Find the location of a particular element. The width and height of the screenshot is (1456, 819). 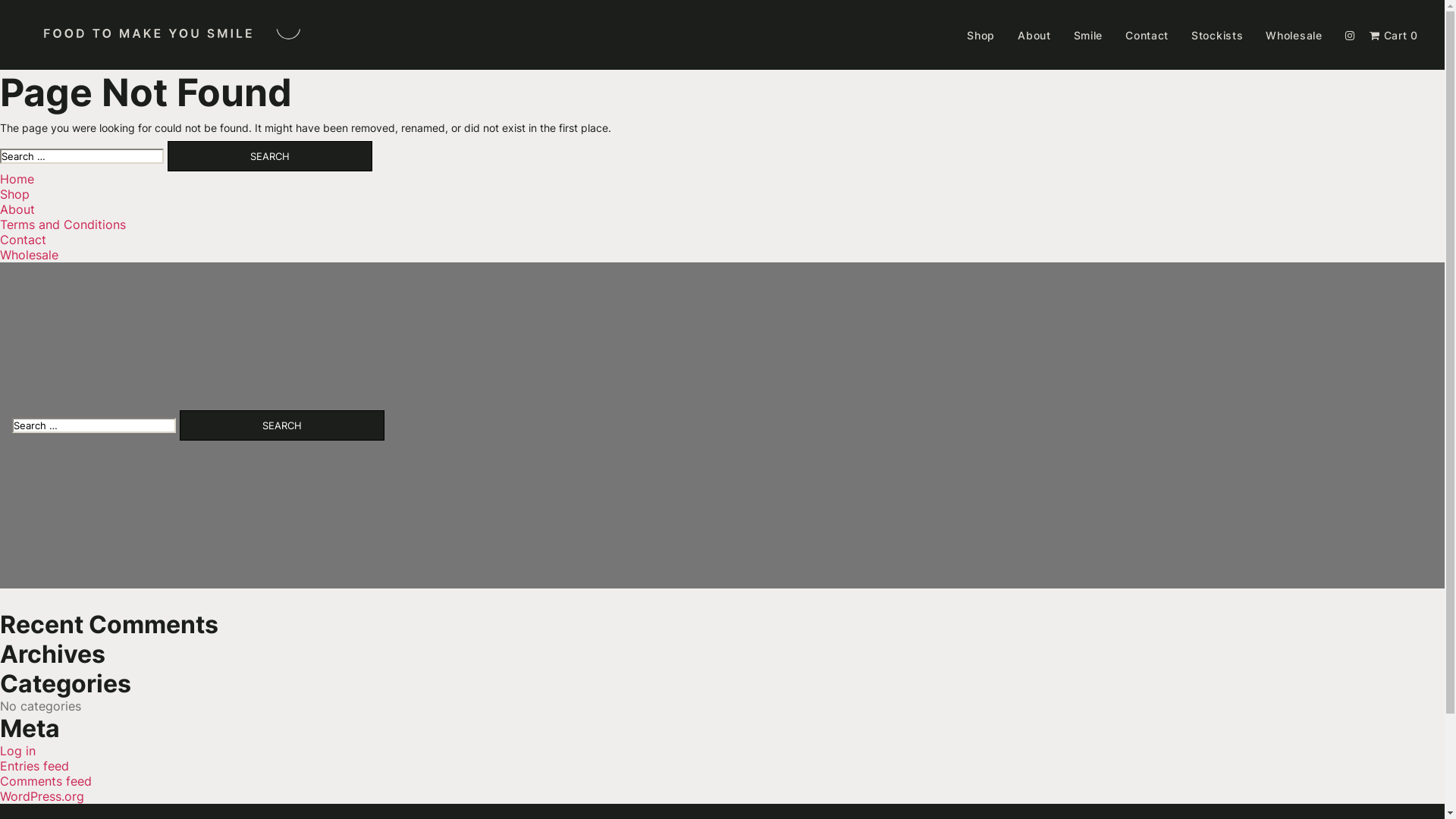

'Home' is located at coordinates (17, 177).